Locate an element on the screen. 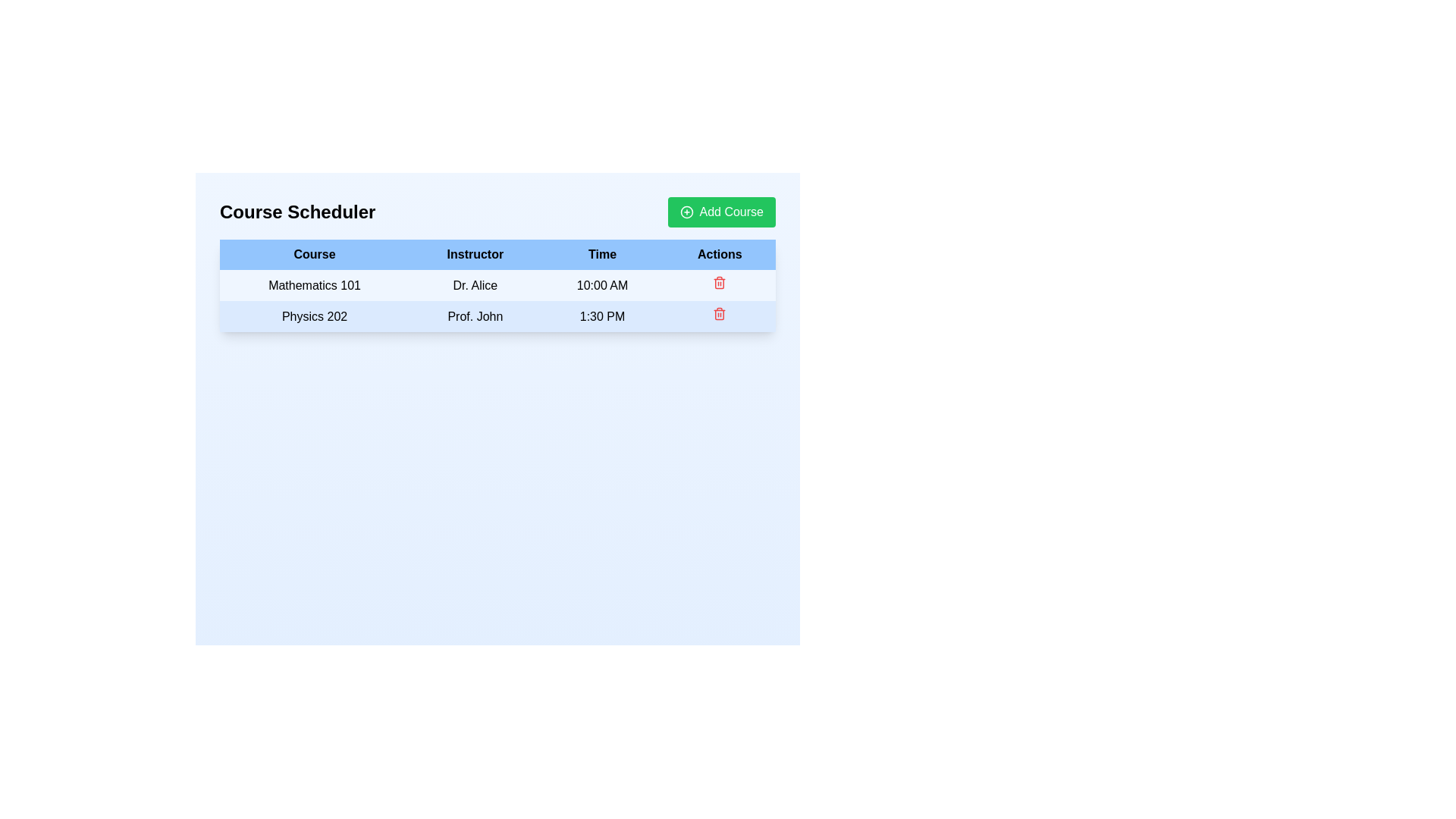  the Text Display element that shows the scheduled time for the course 'Physics 202' under the 'Time' column in the 'Course Scheduler' table is located at coordinates (601, 315).